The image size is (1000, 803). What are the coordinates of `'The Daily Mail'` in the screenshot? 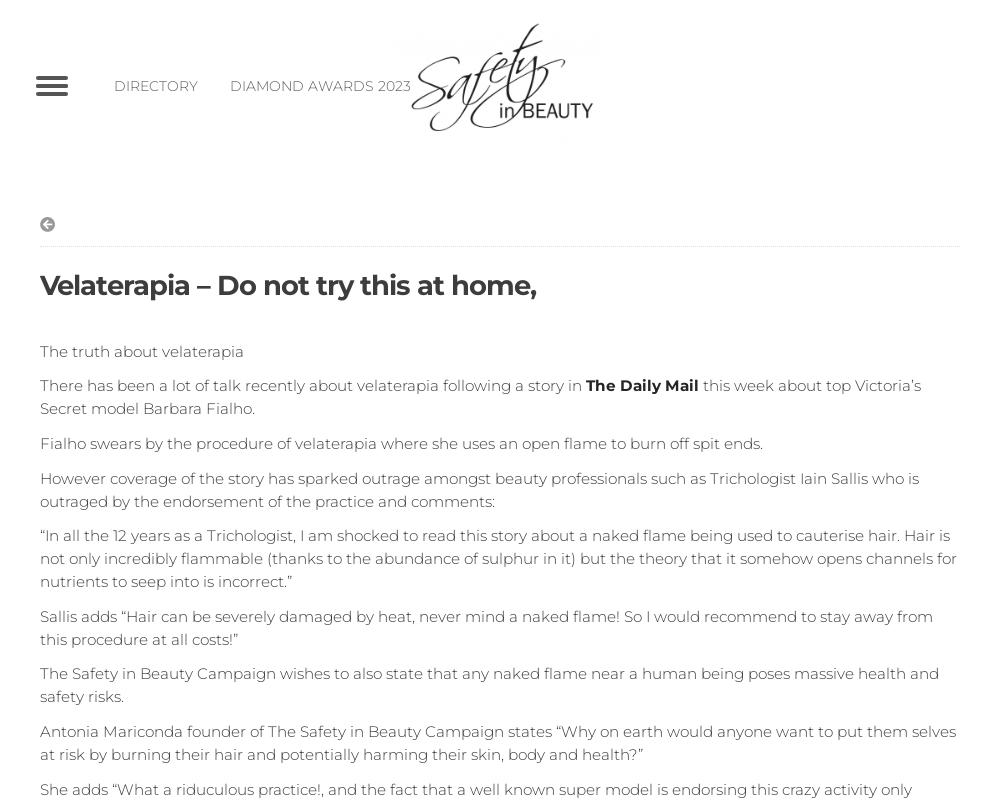 It's located at (642, 385).